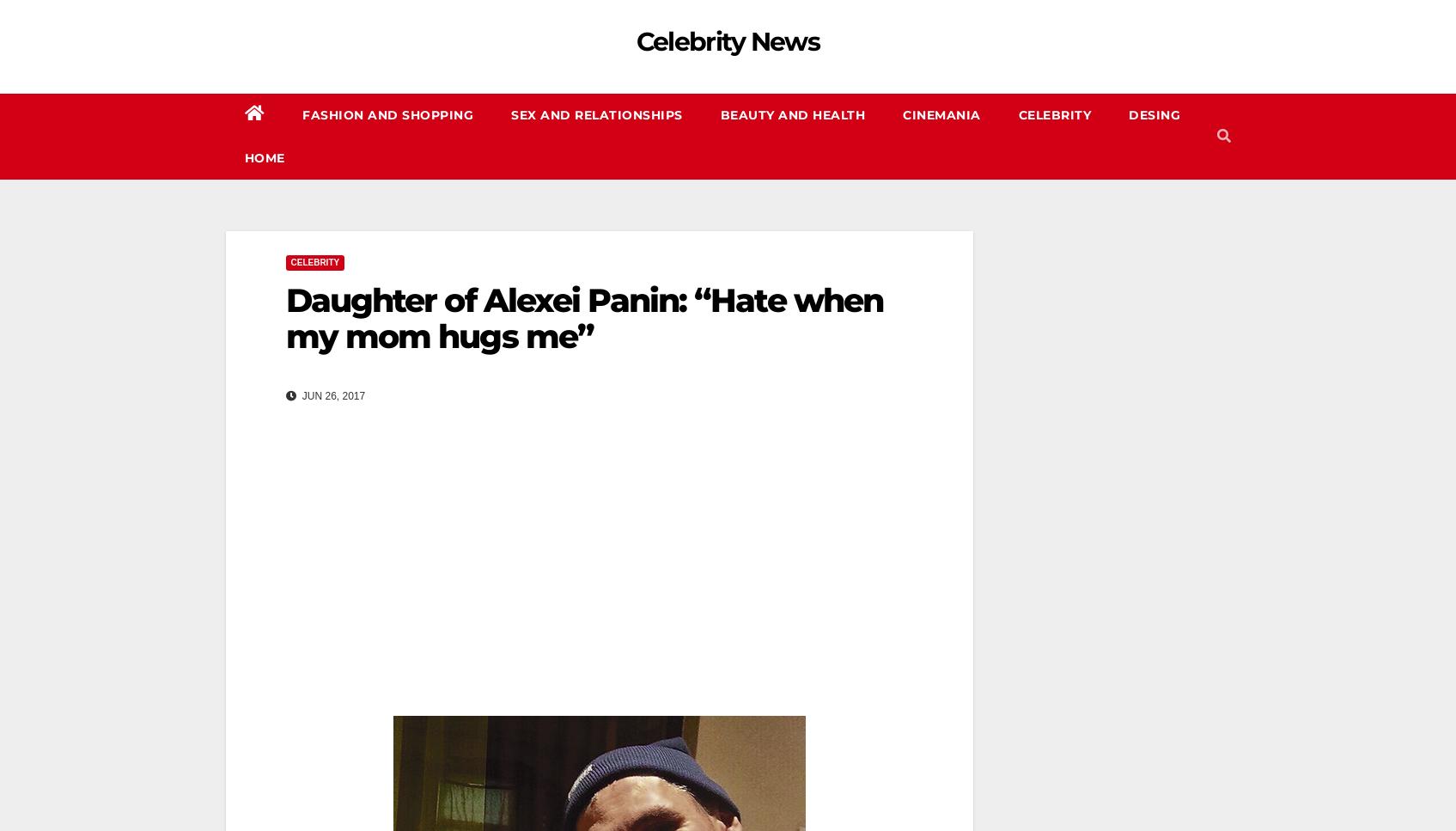 Image resolution: width=1456 pixels, height=831 pixels. I want to click on 'Home', so click(264, 158).